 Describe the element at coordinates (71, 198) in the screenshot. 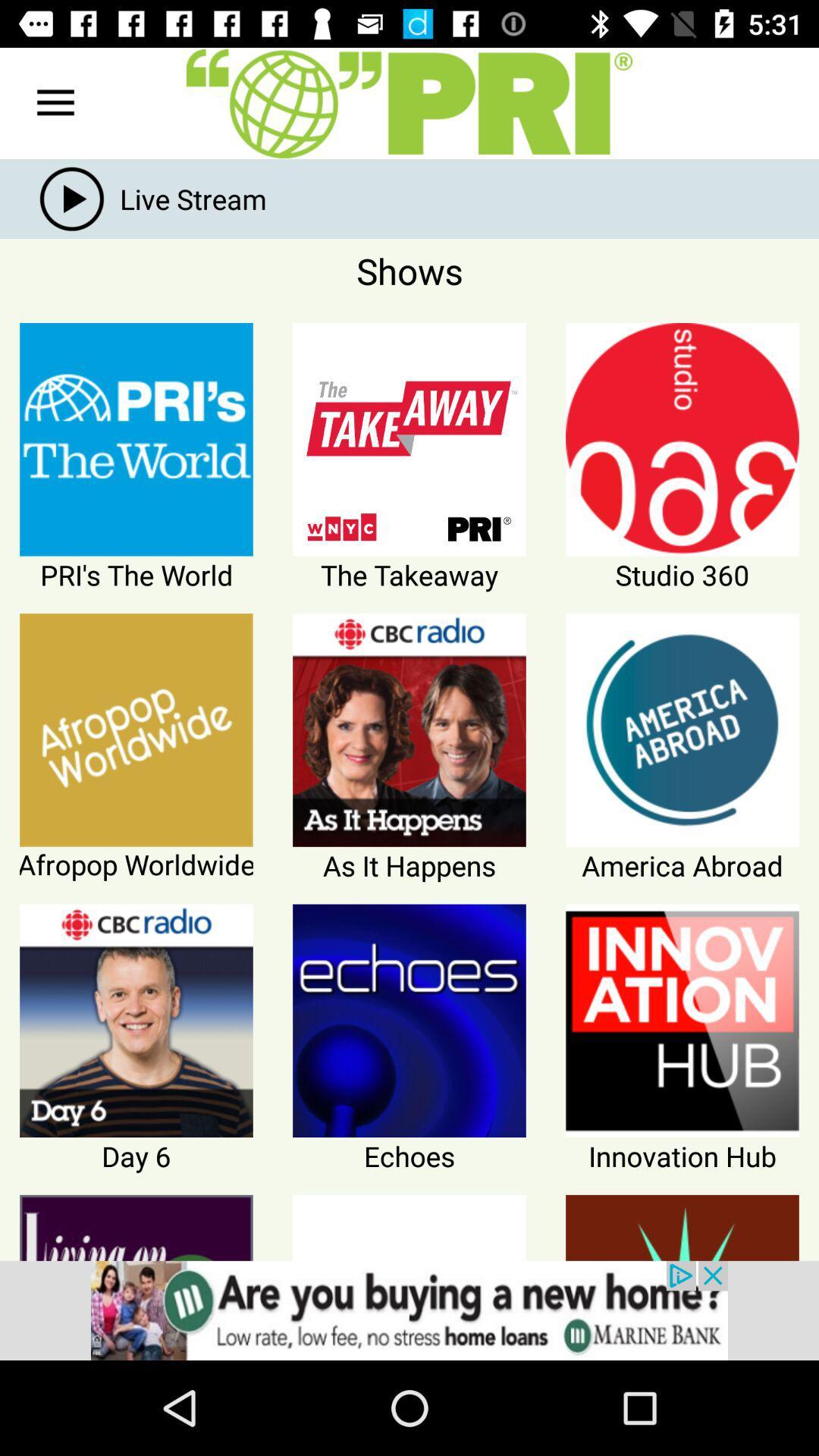

I see `the play icon` at that location.